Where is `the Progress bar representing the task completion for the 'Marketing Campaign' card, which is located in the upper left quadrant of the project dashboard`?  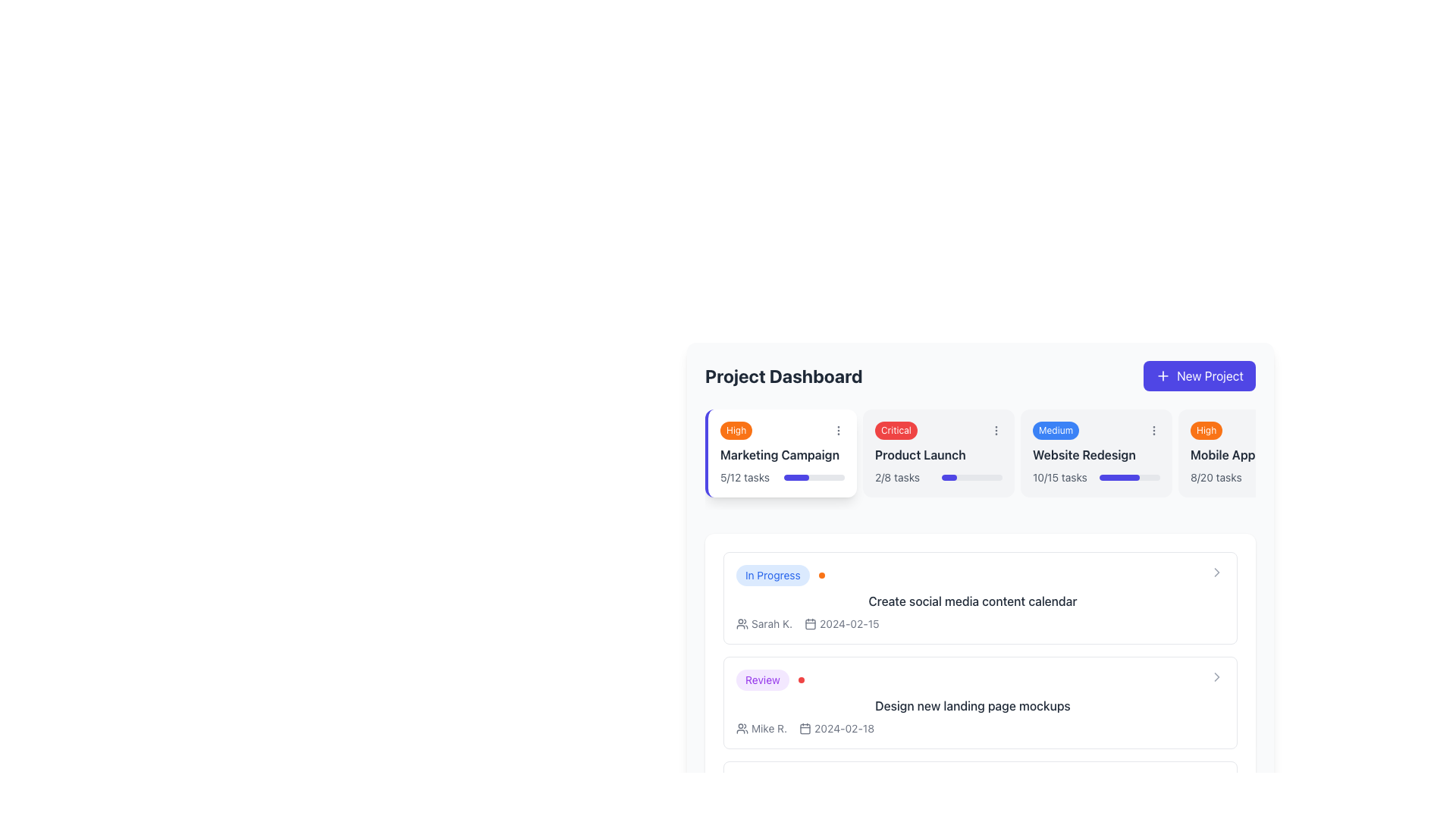
the Progress bar representing the task completion for the 'Marketing Campaign' card, which is located in the upper left quadrant of the project dashboard is located at coordinates (814, 476).